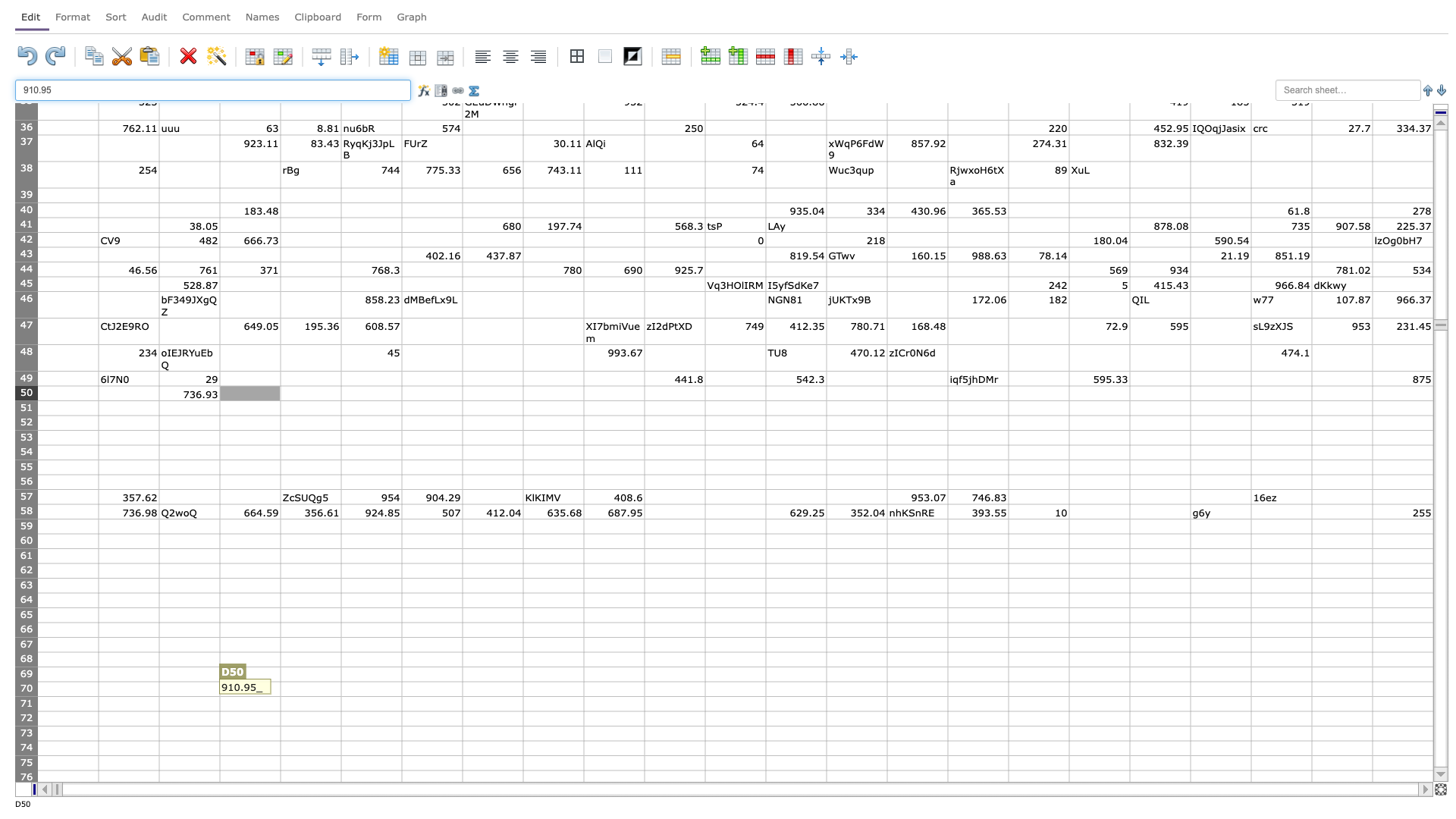  What do you see at coordinates (461, 696) in the screenshot?
I see `fill handle of G70` at bounding box center [461, 696].